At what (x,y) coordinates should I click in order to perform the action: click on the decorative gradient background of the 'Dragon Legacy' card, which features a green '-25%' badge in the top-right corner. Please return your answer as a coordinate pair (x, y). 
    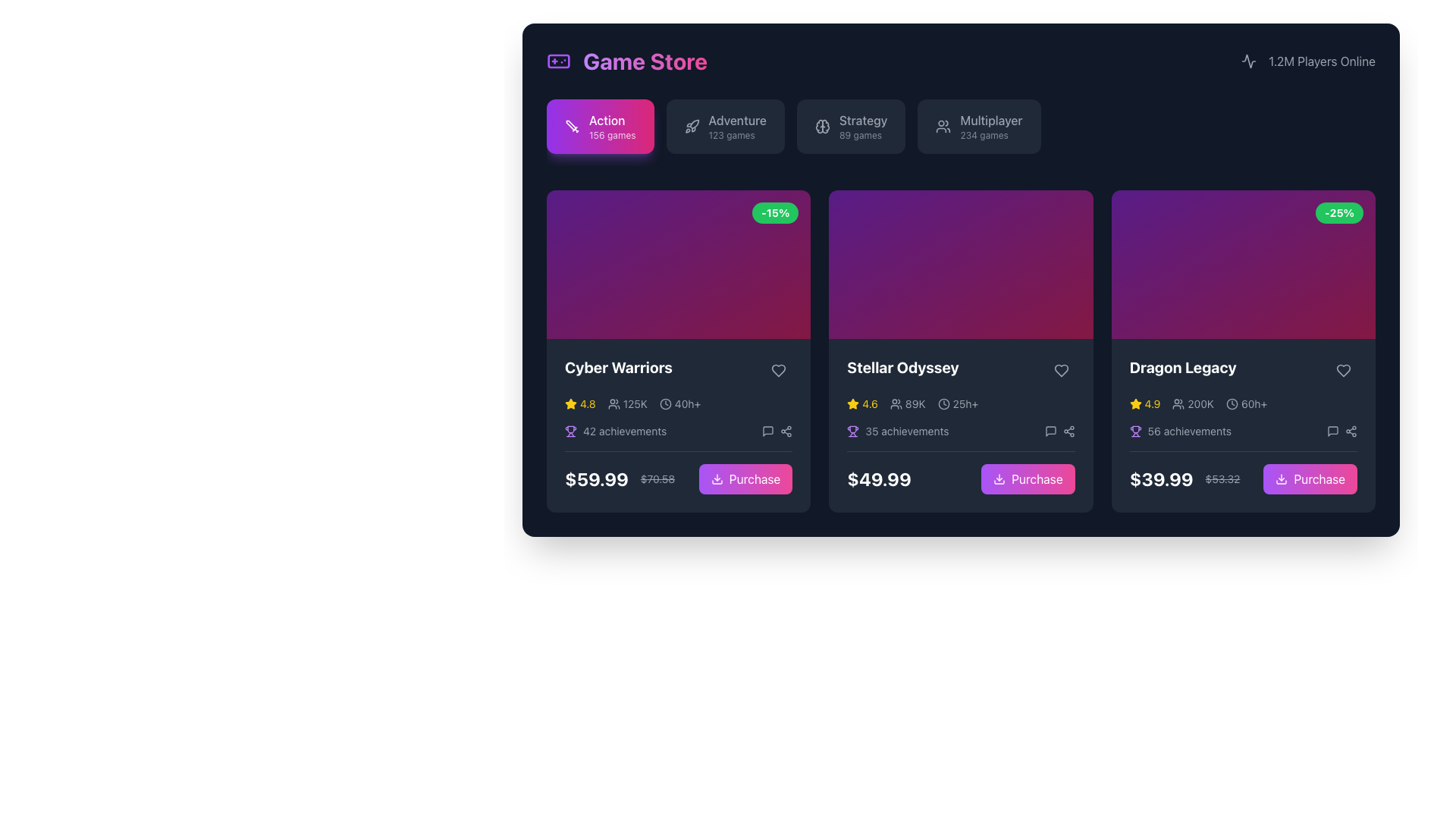
    Looking at the image, I should click on (1243, 263).